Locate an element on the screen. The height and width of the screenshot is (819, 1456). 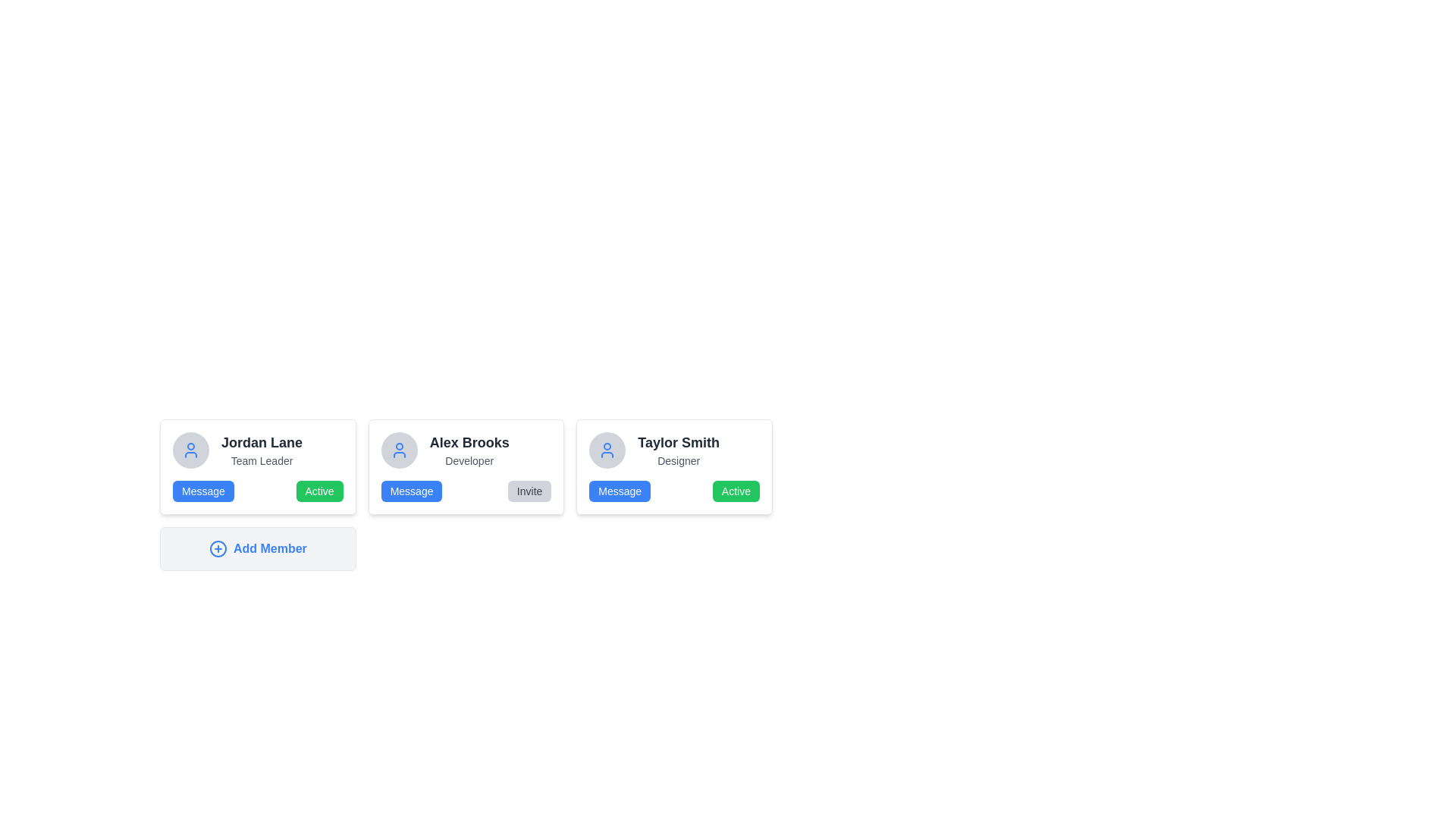
the 'Message' button is located at coordinates (620, 491).